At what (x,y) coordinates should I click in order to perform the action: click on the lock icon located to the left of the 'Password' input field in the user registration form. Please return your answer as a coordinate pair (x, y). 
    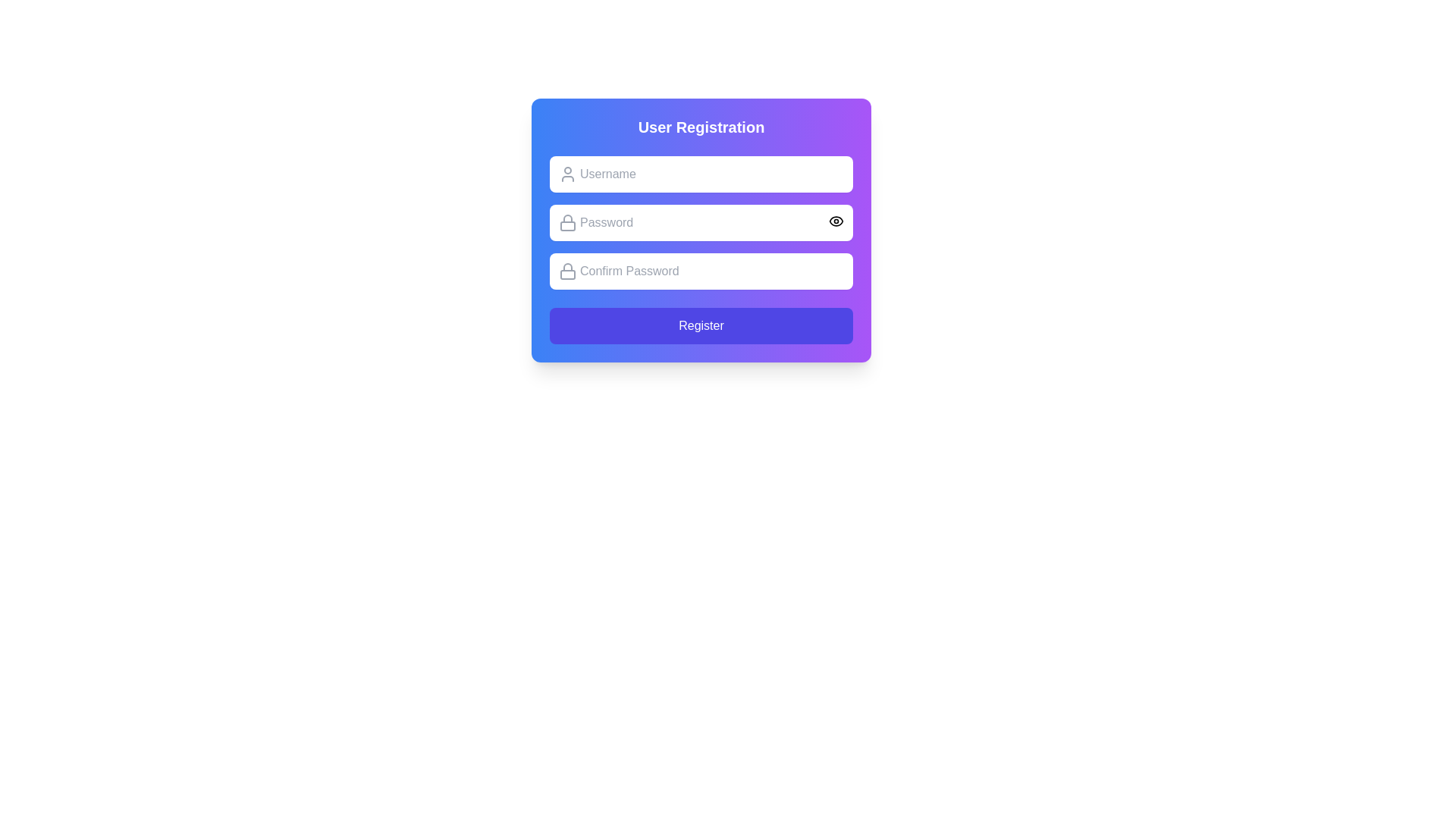
    Looking at the image, I should click on (566, 222).